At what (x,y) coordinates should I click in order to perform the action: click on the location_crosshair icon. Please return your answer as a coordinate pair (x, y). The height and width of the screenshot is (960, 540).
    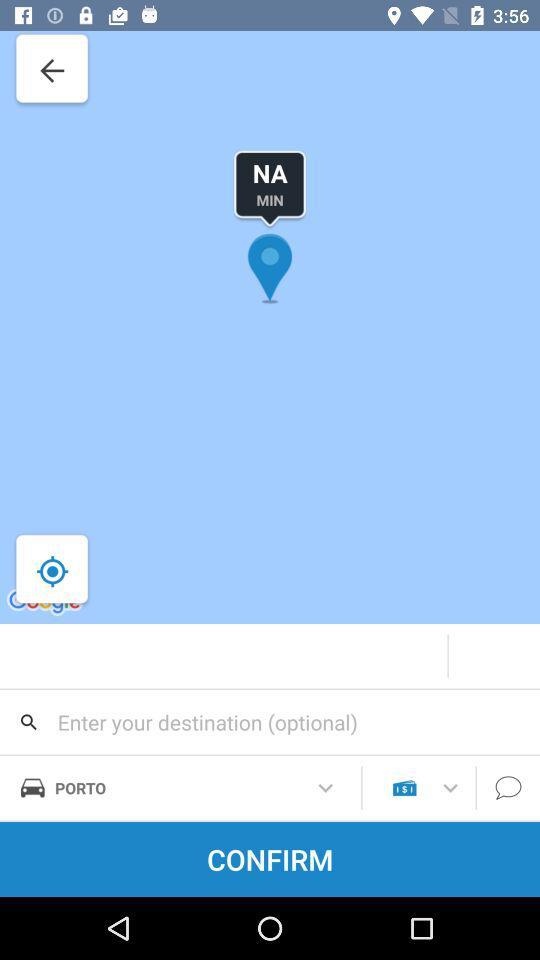
    Looking at the image, I should click on (52, 571).